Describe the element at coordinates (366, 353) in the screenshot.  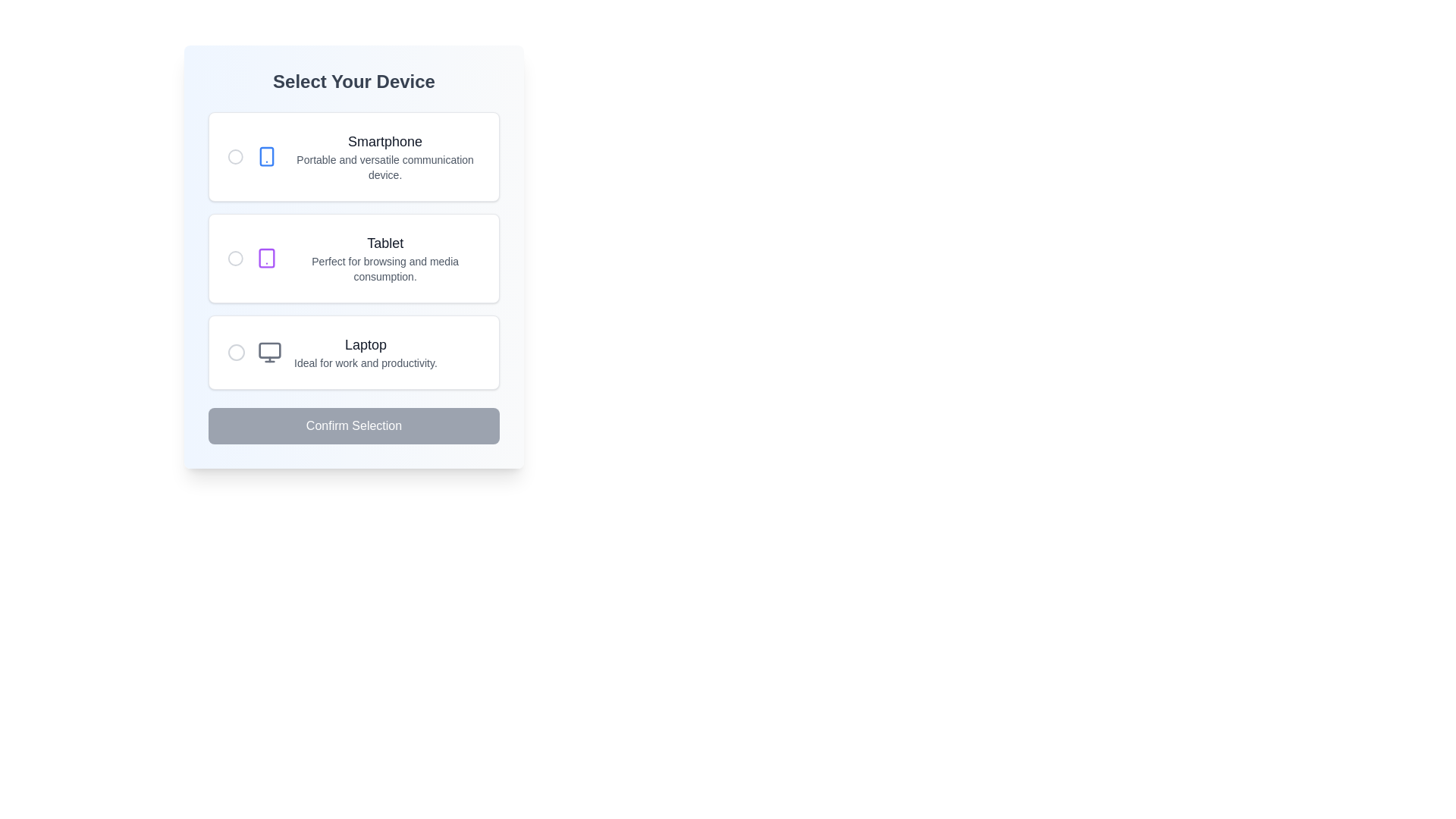
I see `the text element displaying 'Laptop' with a description 'Ideal for work and productivity', located in the third item of the list of selectable devices` at that location.